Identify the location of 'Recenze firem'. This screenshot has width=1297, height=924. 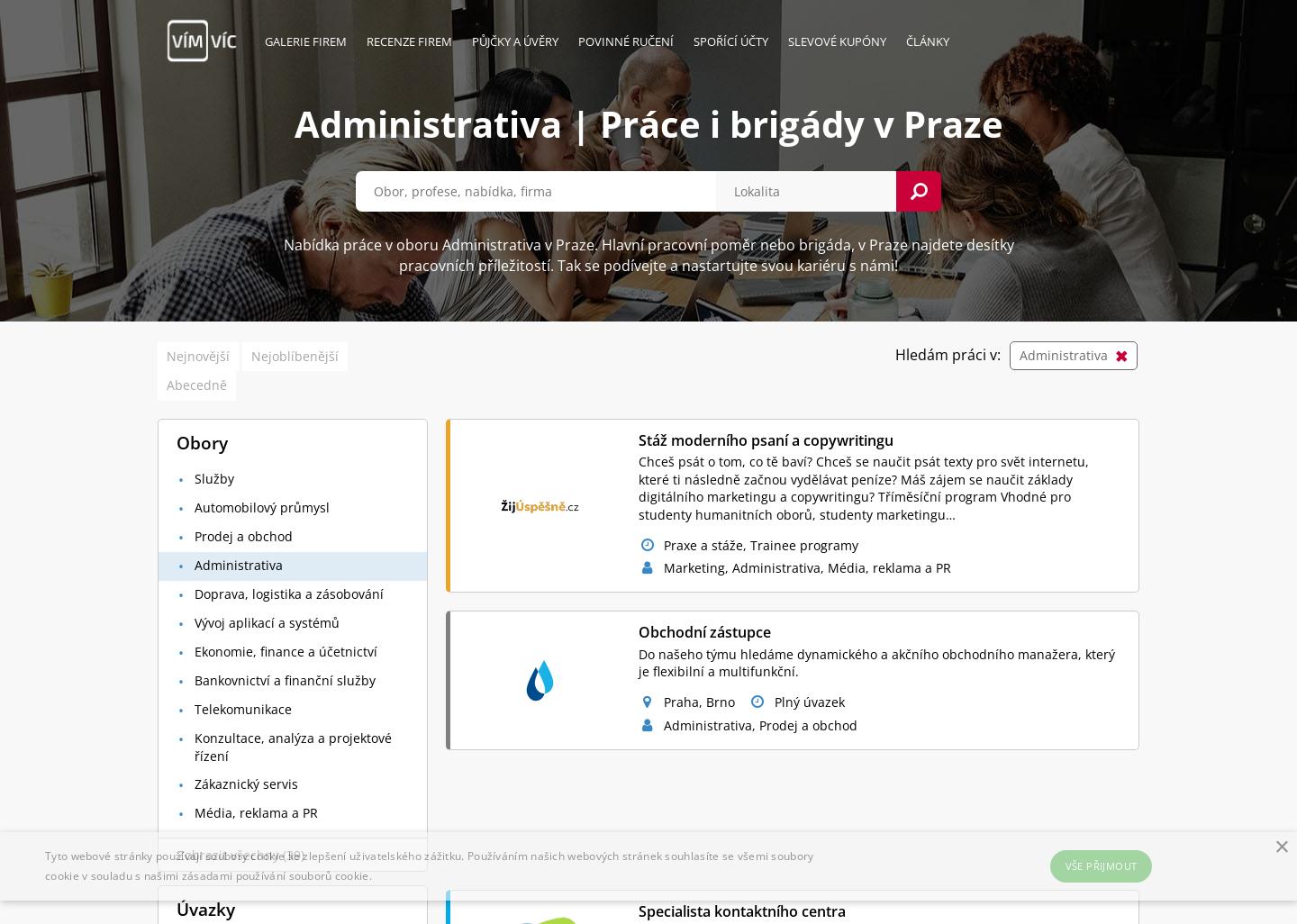
(409, 41).